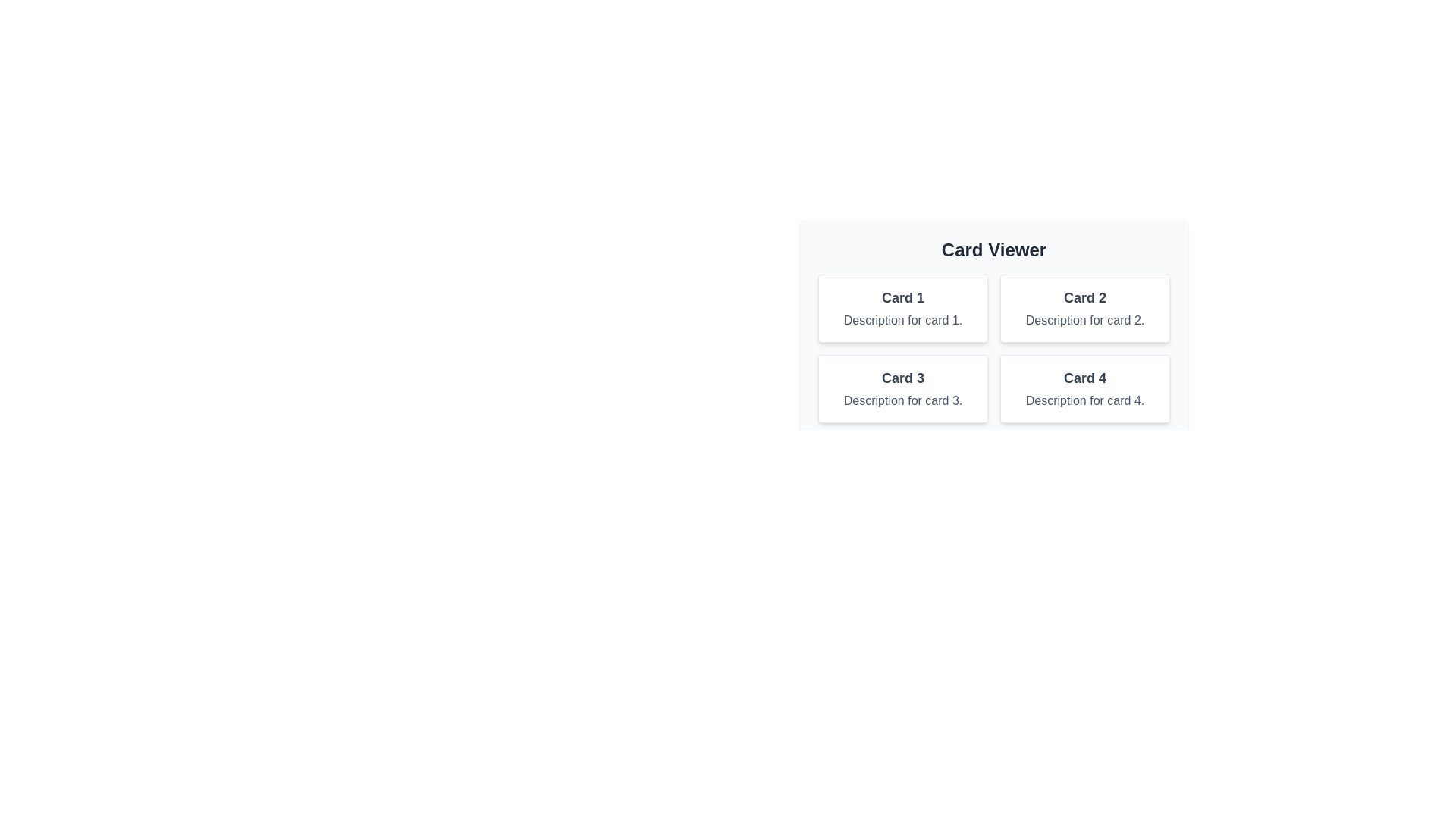  What do you see at coordinates (1084, 308) in the screenshot?
I see `the Informational card displaying 'Card 2' with the description 'Description for card 2.' located at the top-right of the grid` at bounding box center [1084, 308].